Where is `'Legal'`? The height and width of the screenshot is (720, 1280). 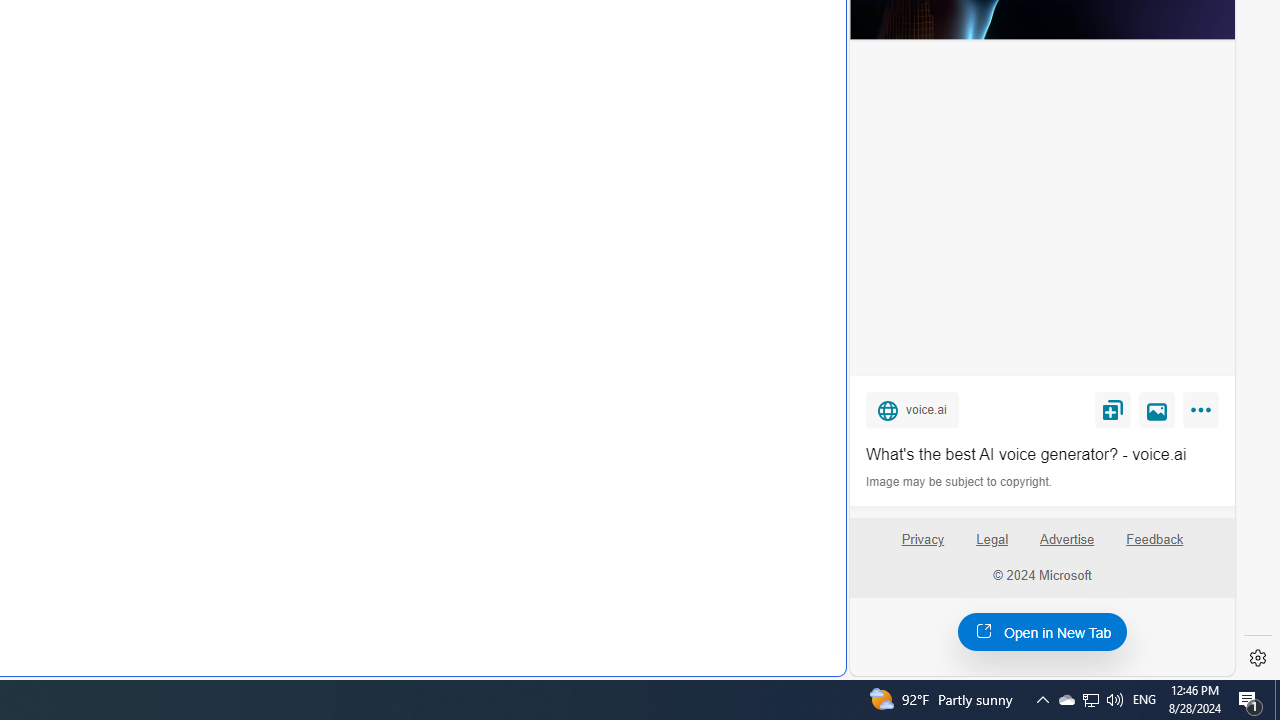
'Legal' is located at coordinates (992, 547).